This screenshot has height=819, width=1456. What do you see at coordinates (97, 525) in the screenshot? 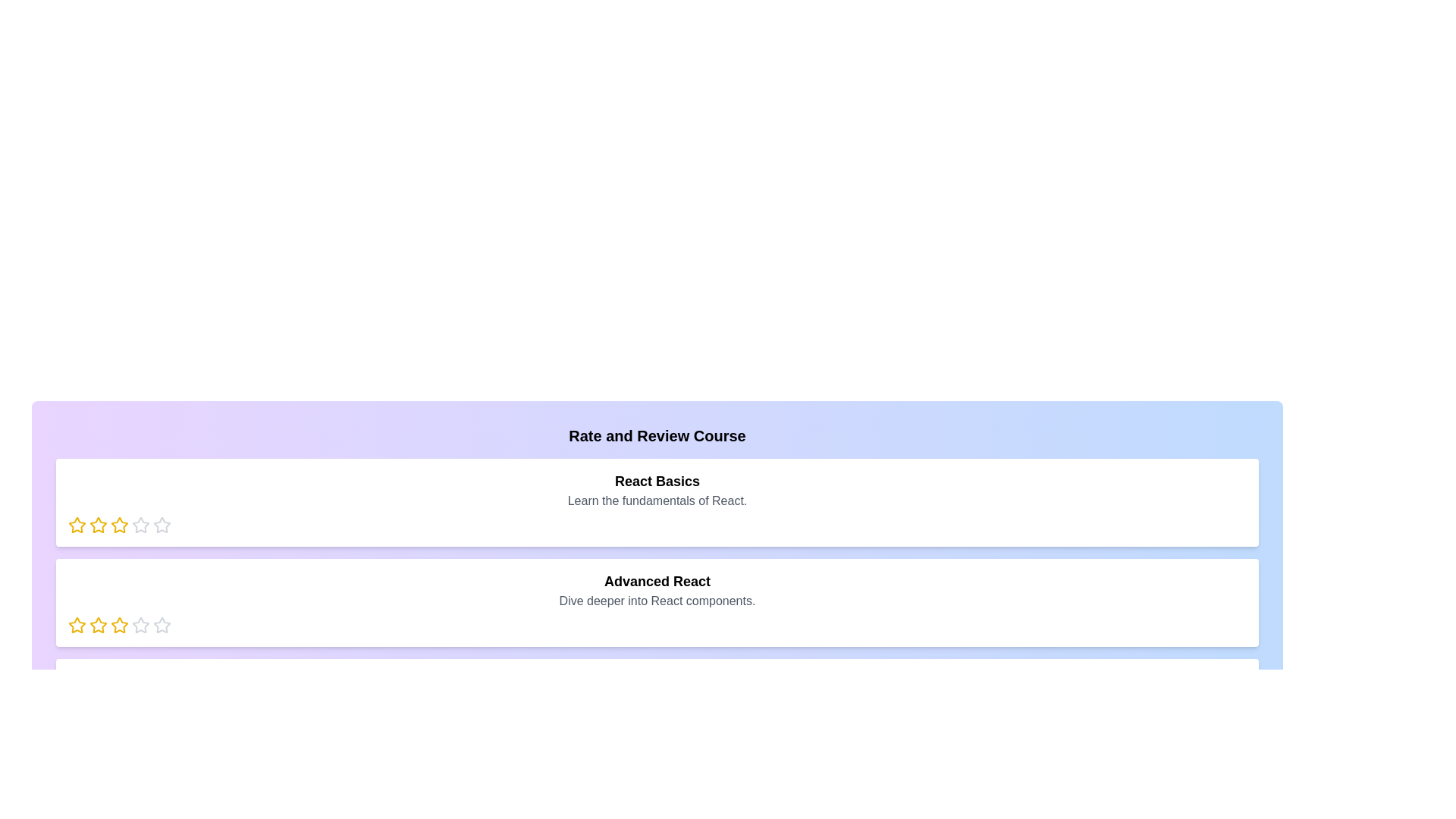
I see `the third star in a five-star rating system` at bounding box center [97, 525].